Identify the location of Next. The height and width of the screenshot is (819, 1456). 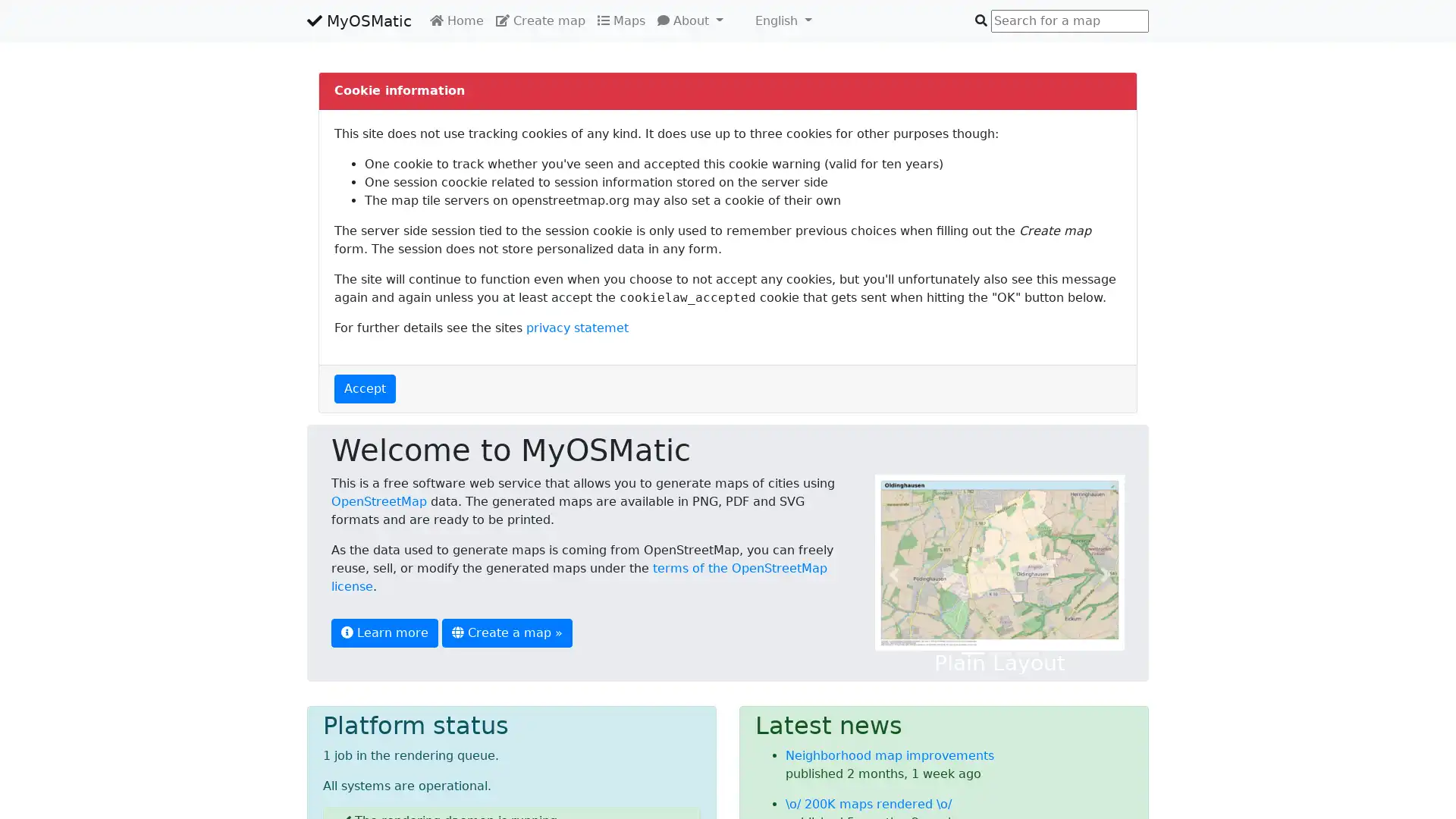
(1105, 575).